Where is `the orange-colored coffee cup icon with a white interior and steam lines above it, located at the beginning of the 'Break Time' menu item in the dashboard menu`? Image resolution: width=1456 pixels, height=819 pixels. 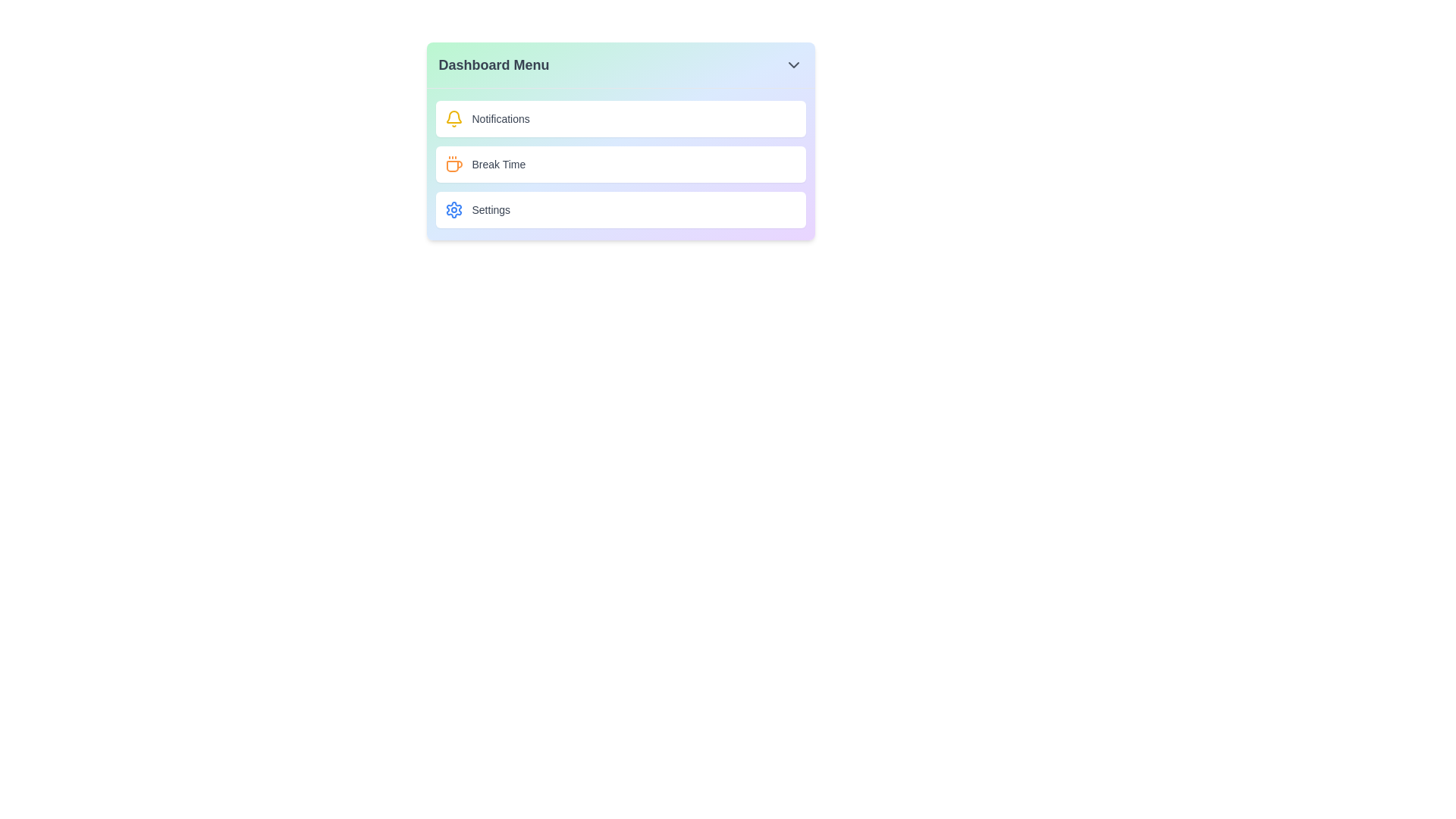
the orange-colored coffee cup icon with a white interior and steam lines above it, located at the beginning of the 'Break Time' menu item in the dashboard menu is located at coordinates (453, 164).